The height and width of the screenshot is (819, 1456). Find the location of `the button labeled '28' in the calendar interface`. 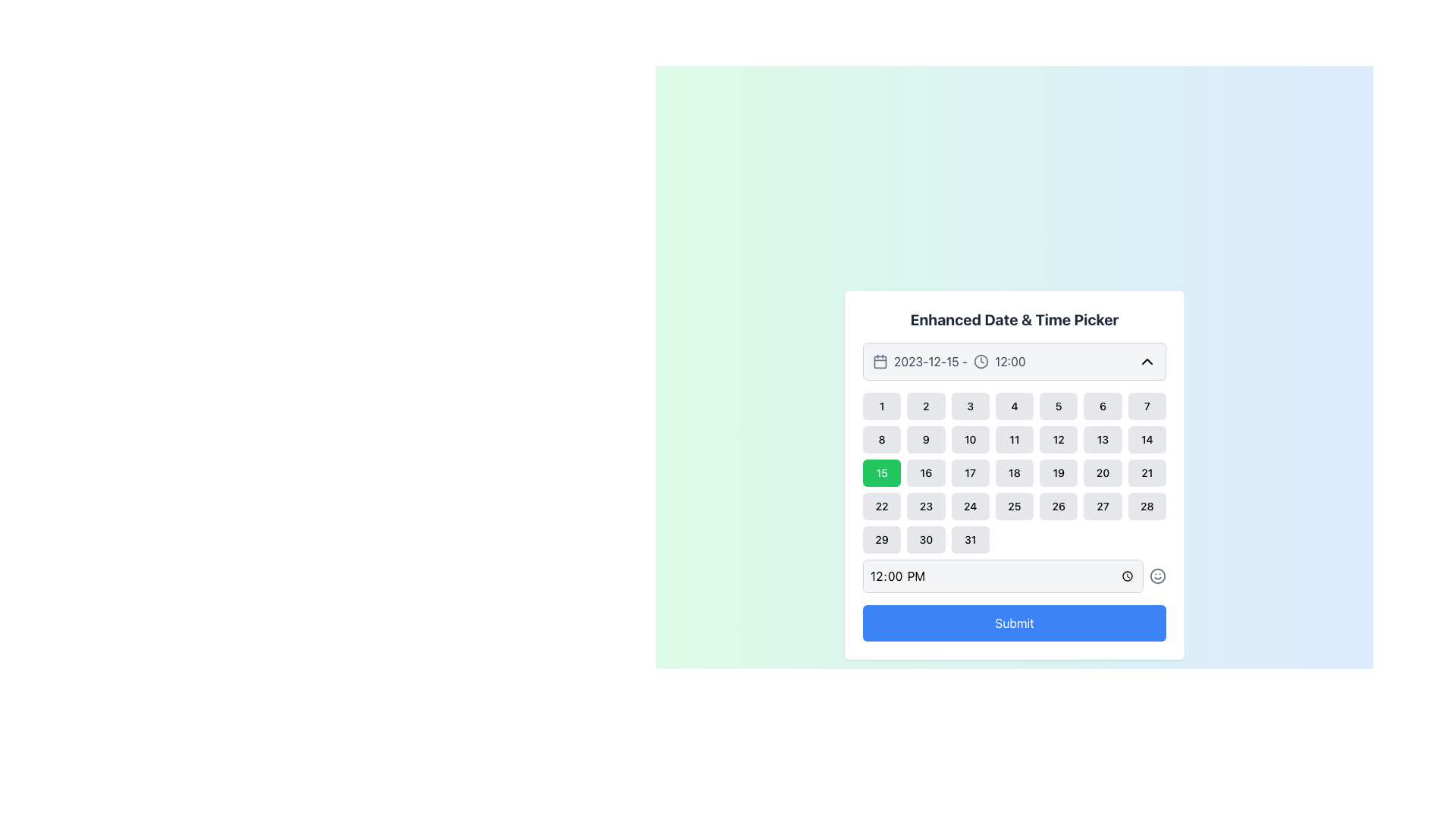

the button labeled '28' in the calendar interface is located at coordinates (1147, 506).